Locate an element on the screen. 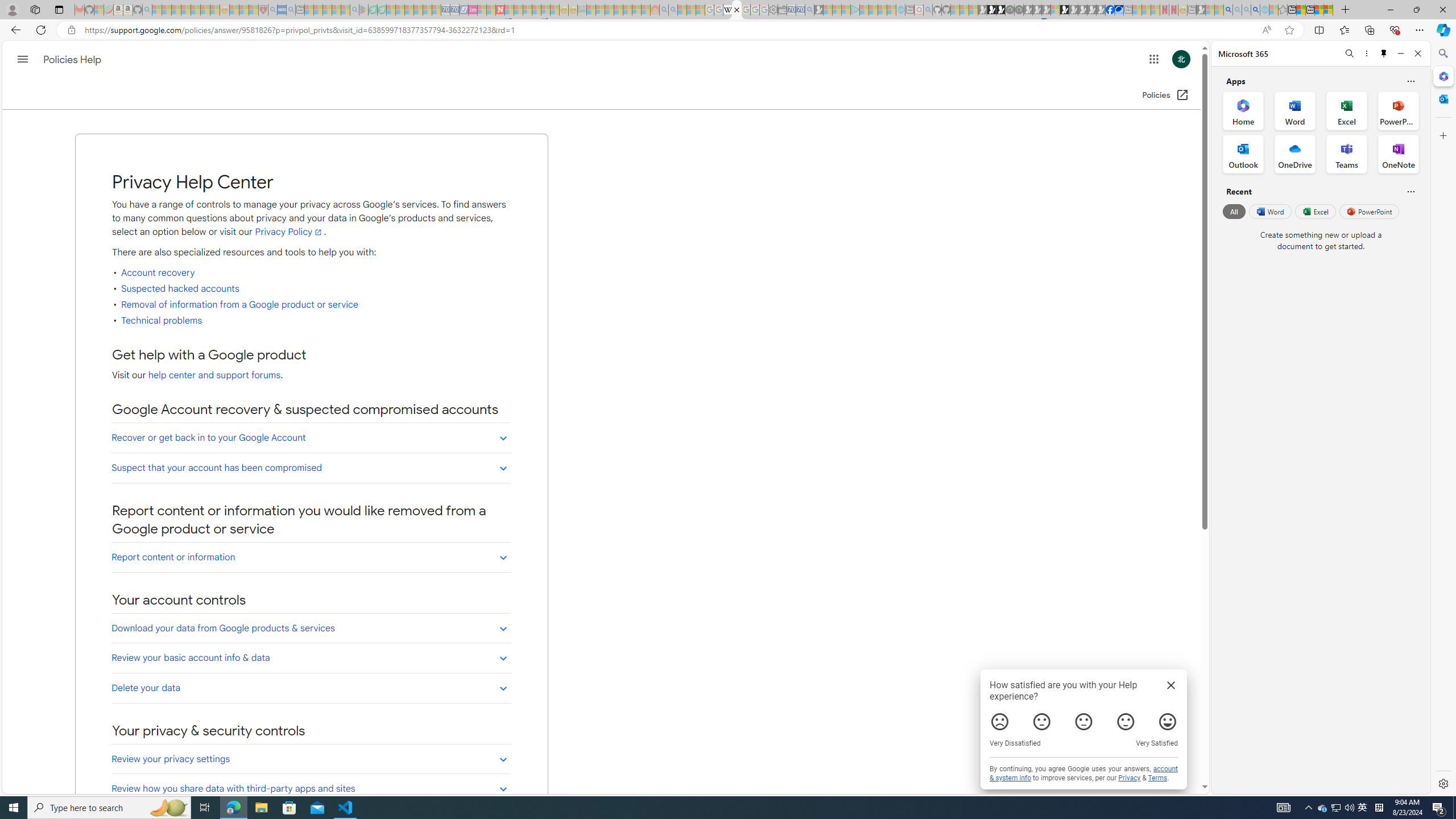 The width and height of the screenshot is (1456, 819). 'Home Office App' is located at coordinates (1243, 111).